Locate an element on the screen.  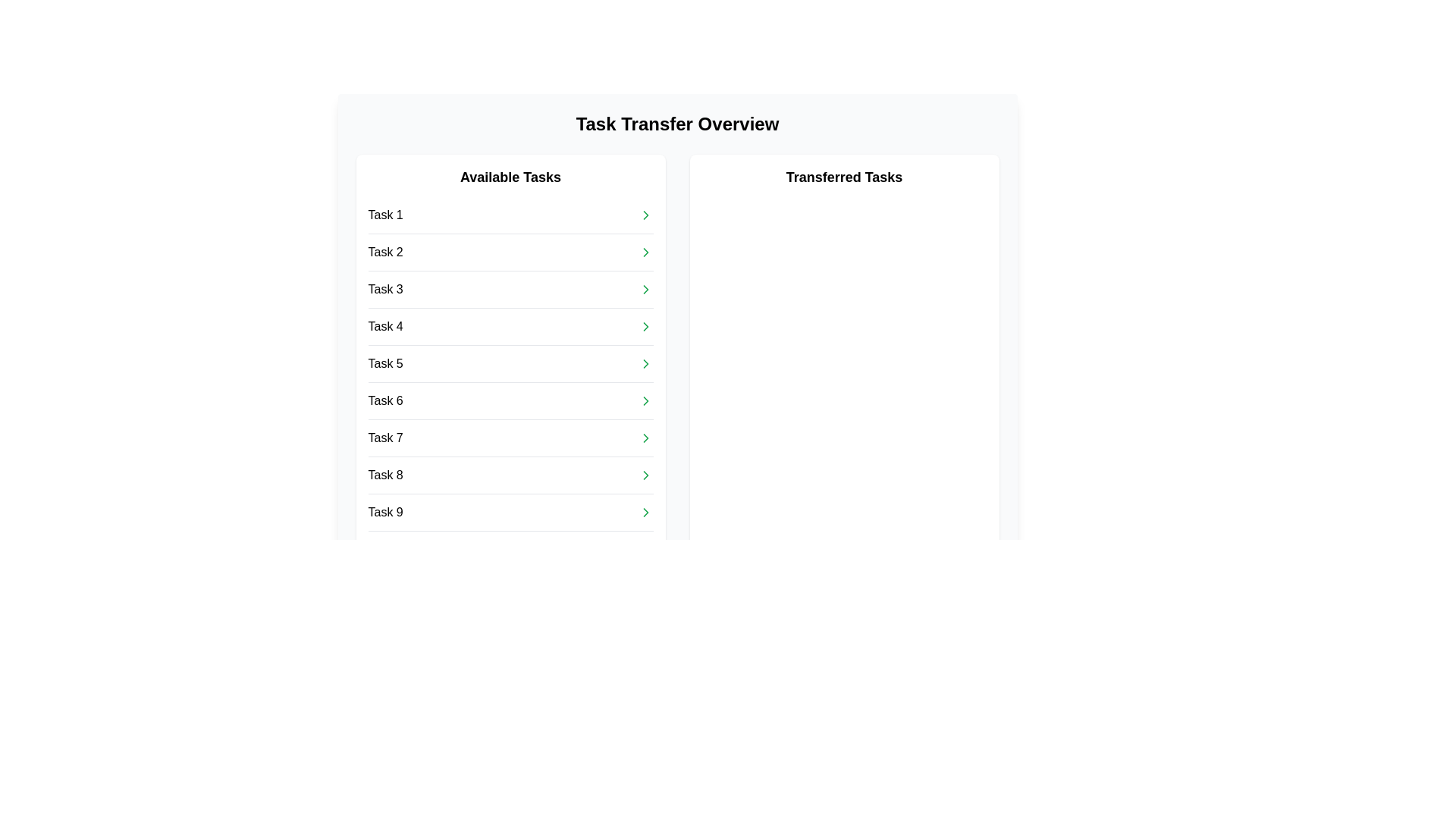
the selectable list item labeled 'Task 3' is located at coordinates (510, 290).